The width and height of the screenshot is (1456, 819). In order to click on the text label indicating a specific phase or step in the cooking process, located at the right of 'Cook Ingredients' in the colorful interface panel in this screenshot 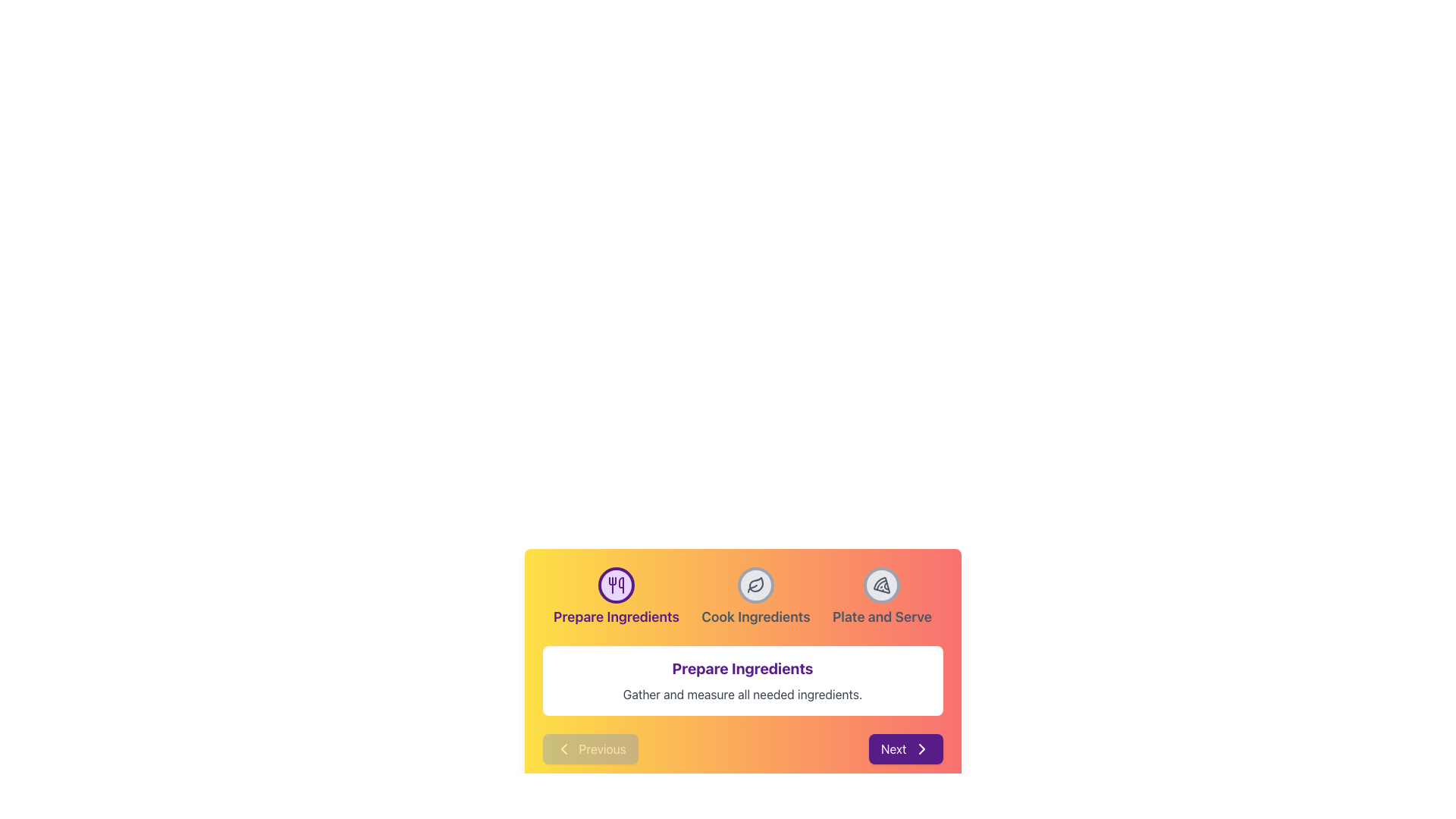, I will do `click(882, 617)`.